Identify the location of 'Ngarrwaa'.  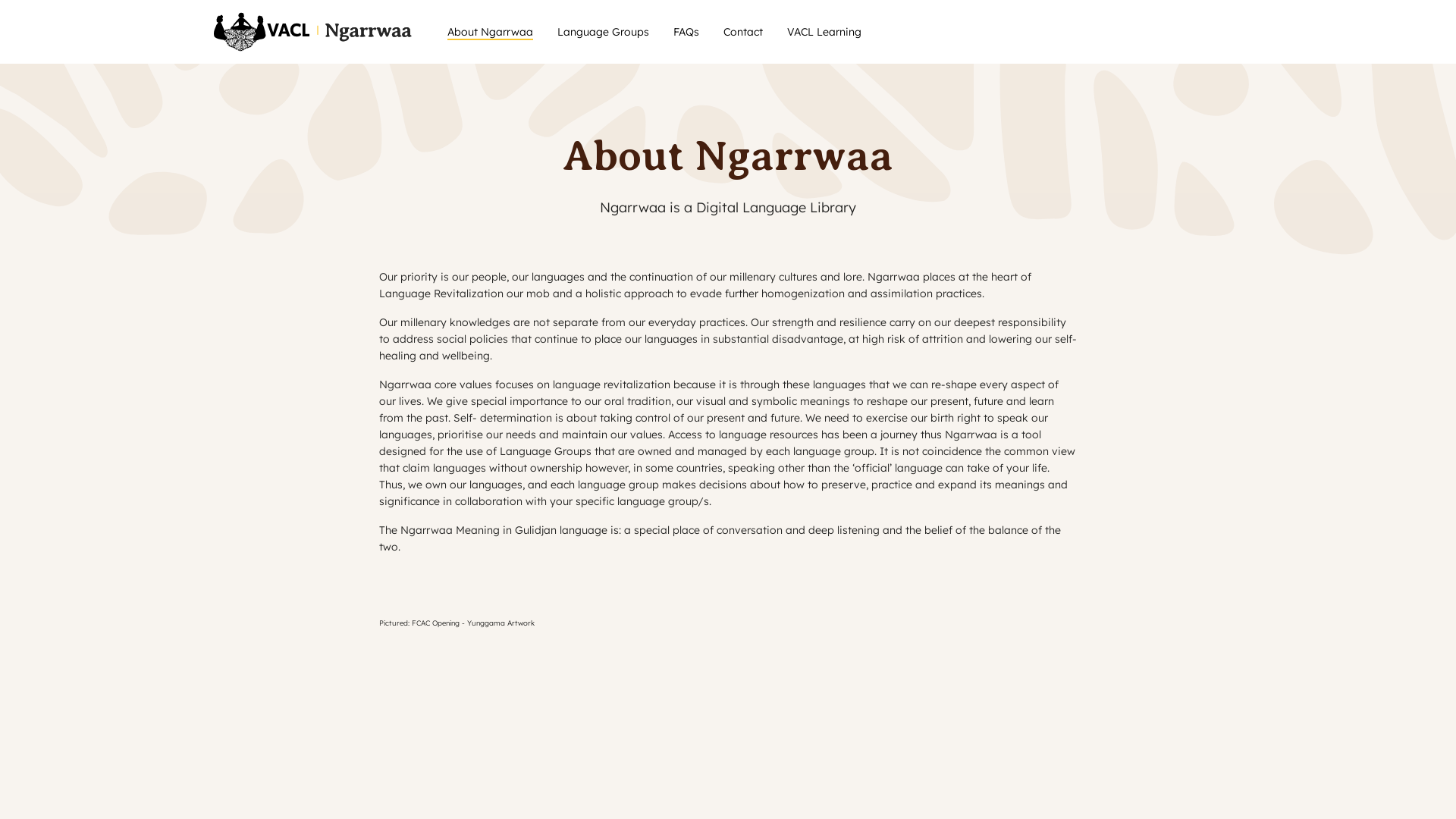
(315, 32).